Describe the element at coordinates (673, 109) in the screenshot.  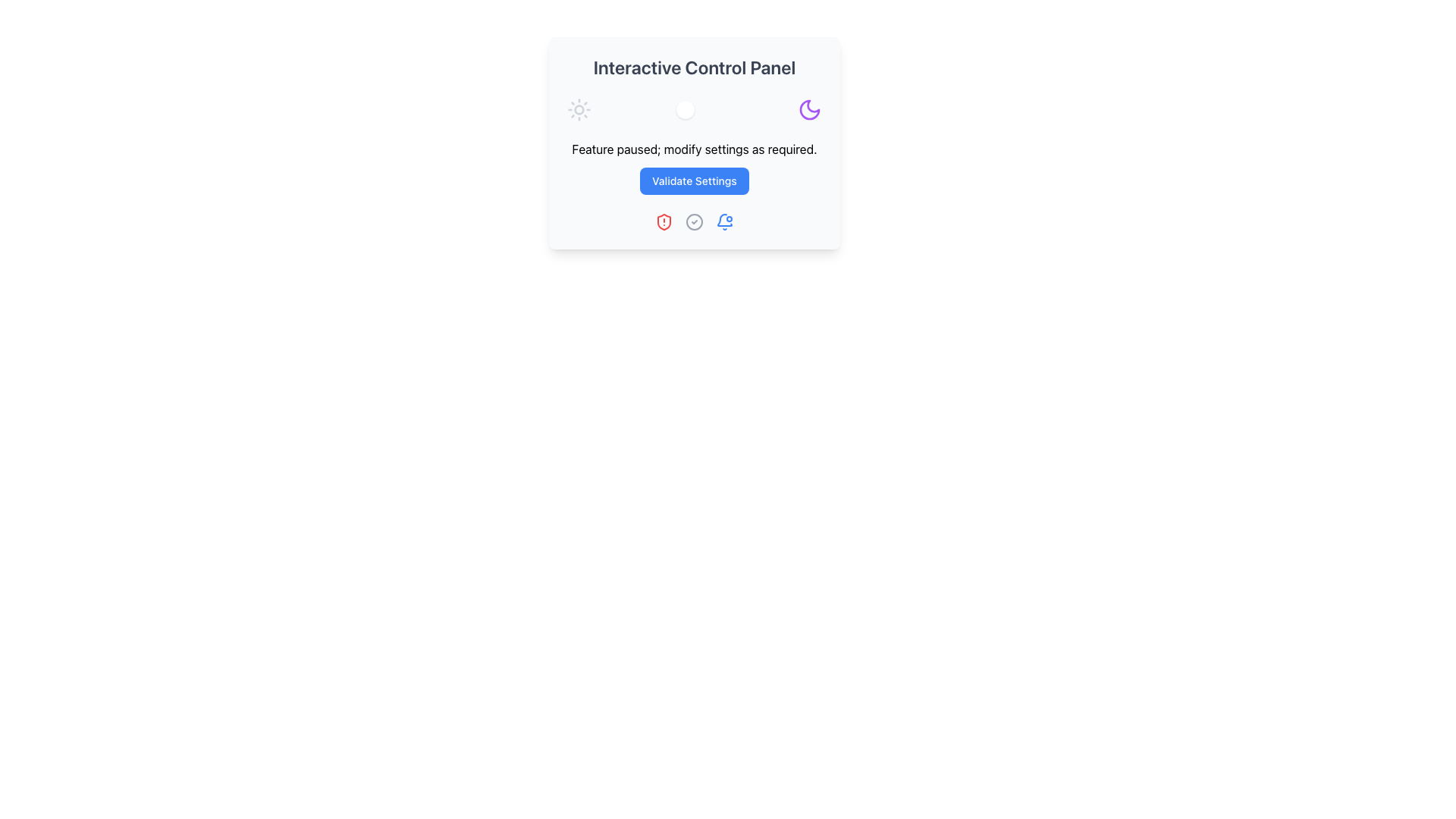
I see `the slider` at that location.